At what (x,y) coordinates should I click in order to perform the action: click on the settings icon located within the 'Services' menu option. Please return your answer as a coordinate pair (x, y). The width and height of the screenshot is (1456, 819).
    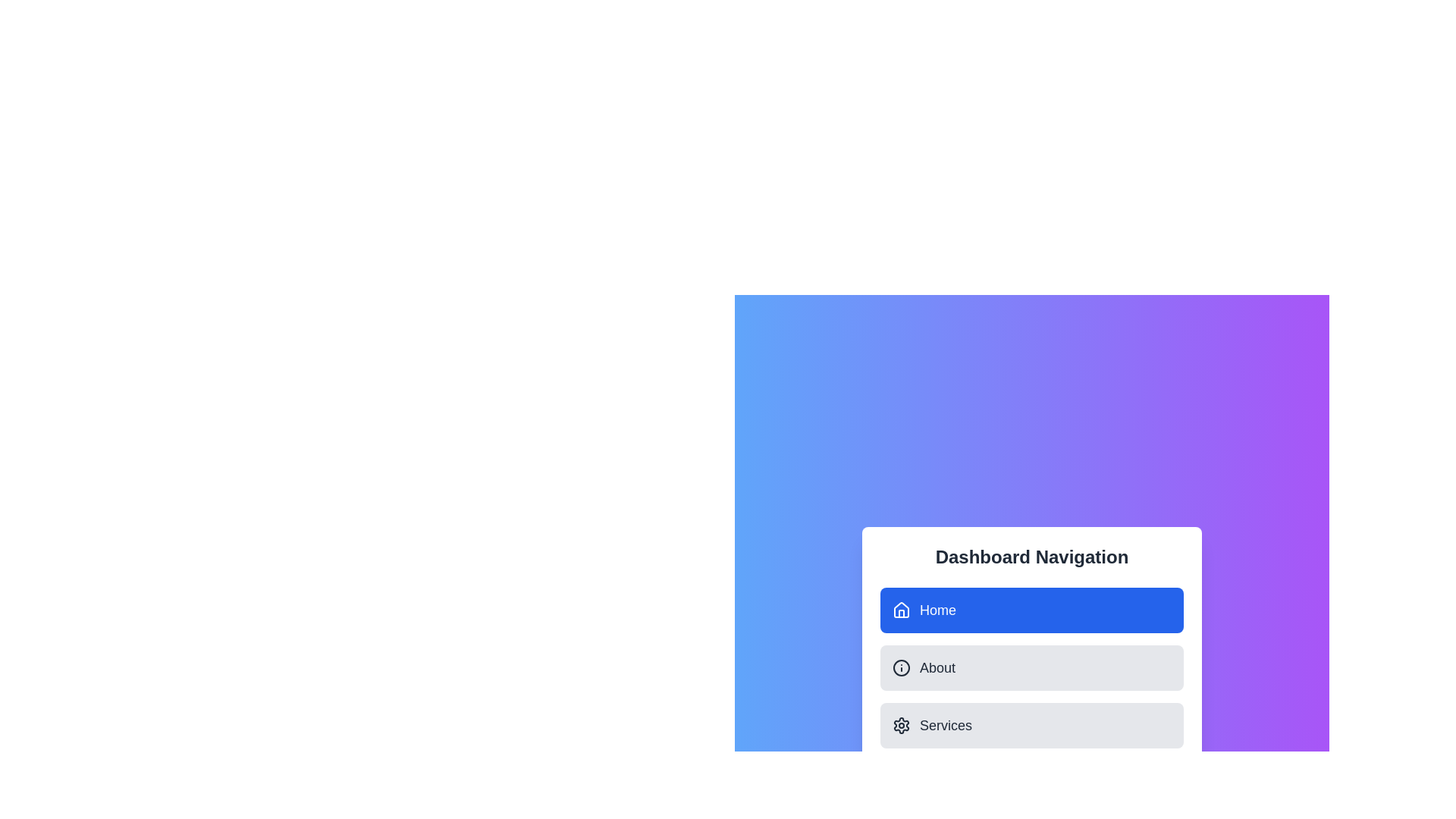
    Looking at the image, I should click on (902, 724).